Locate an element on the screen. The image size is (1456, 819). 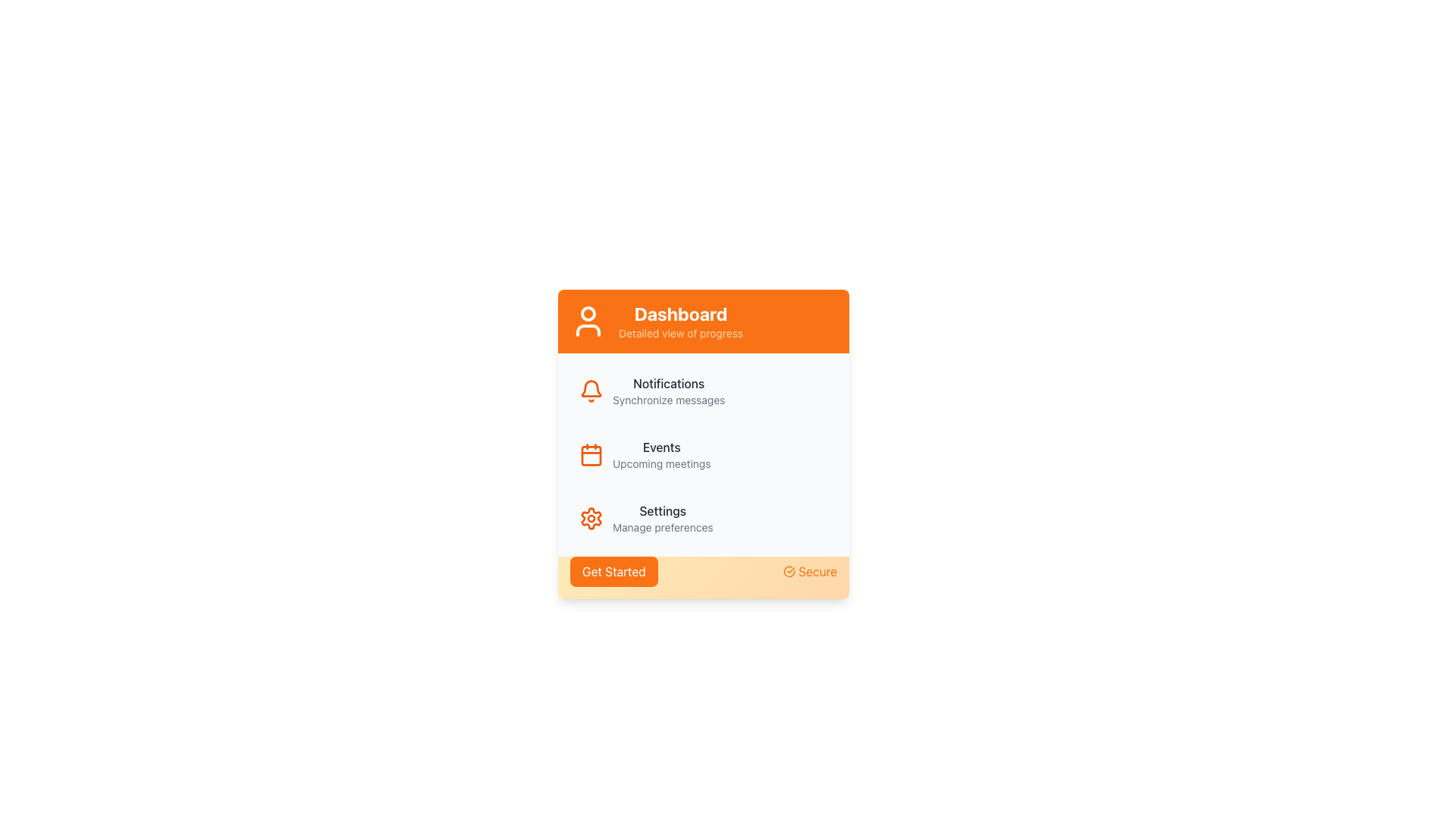
the Text Label indicating notifications and message synchronization, situated below the orange 'Dashboard' header and to the right of the bell icon is located at coordinates (668, 391).